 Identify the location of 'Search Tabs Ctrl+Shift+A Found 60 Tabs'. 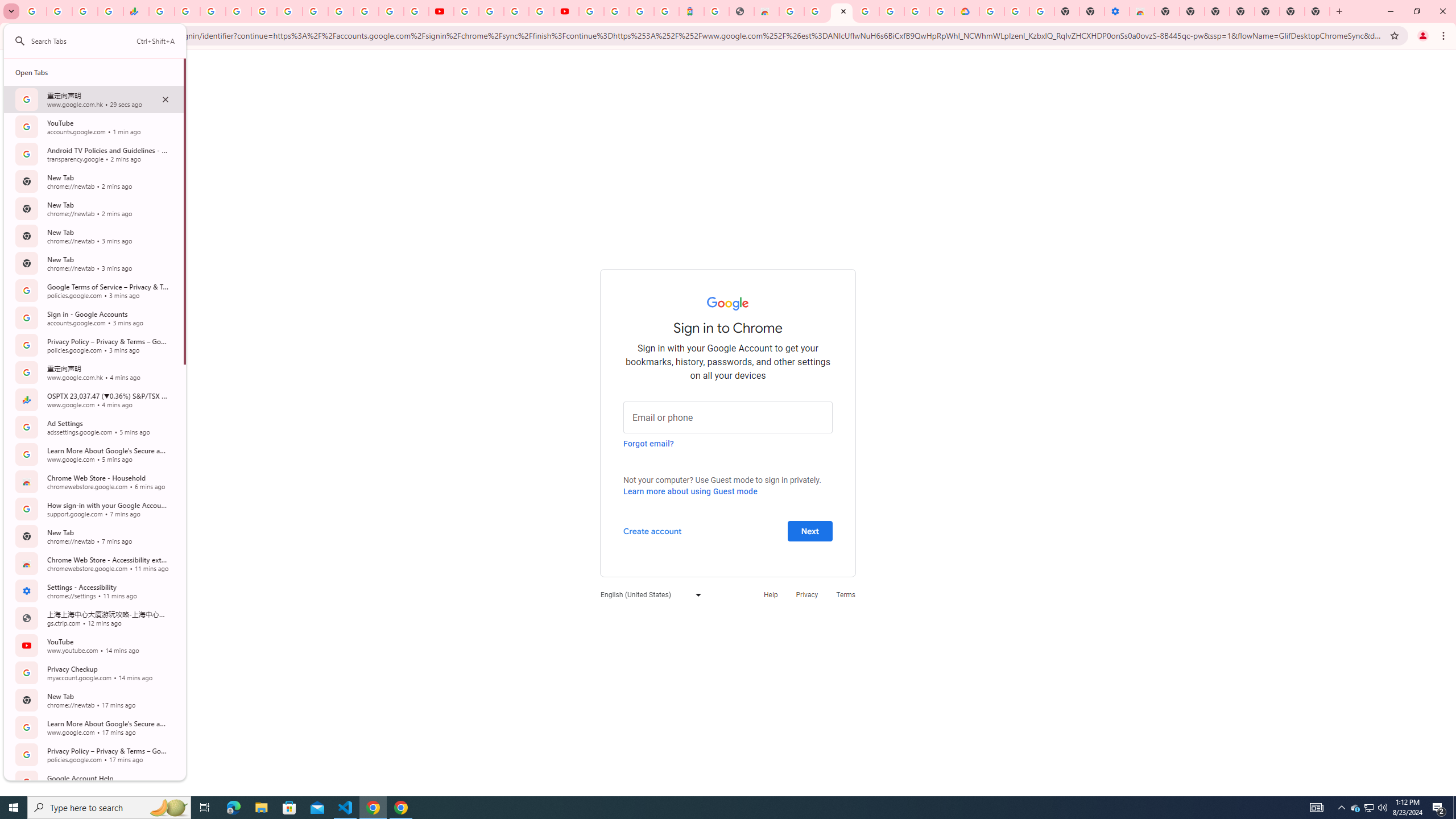
(102, 41).